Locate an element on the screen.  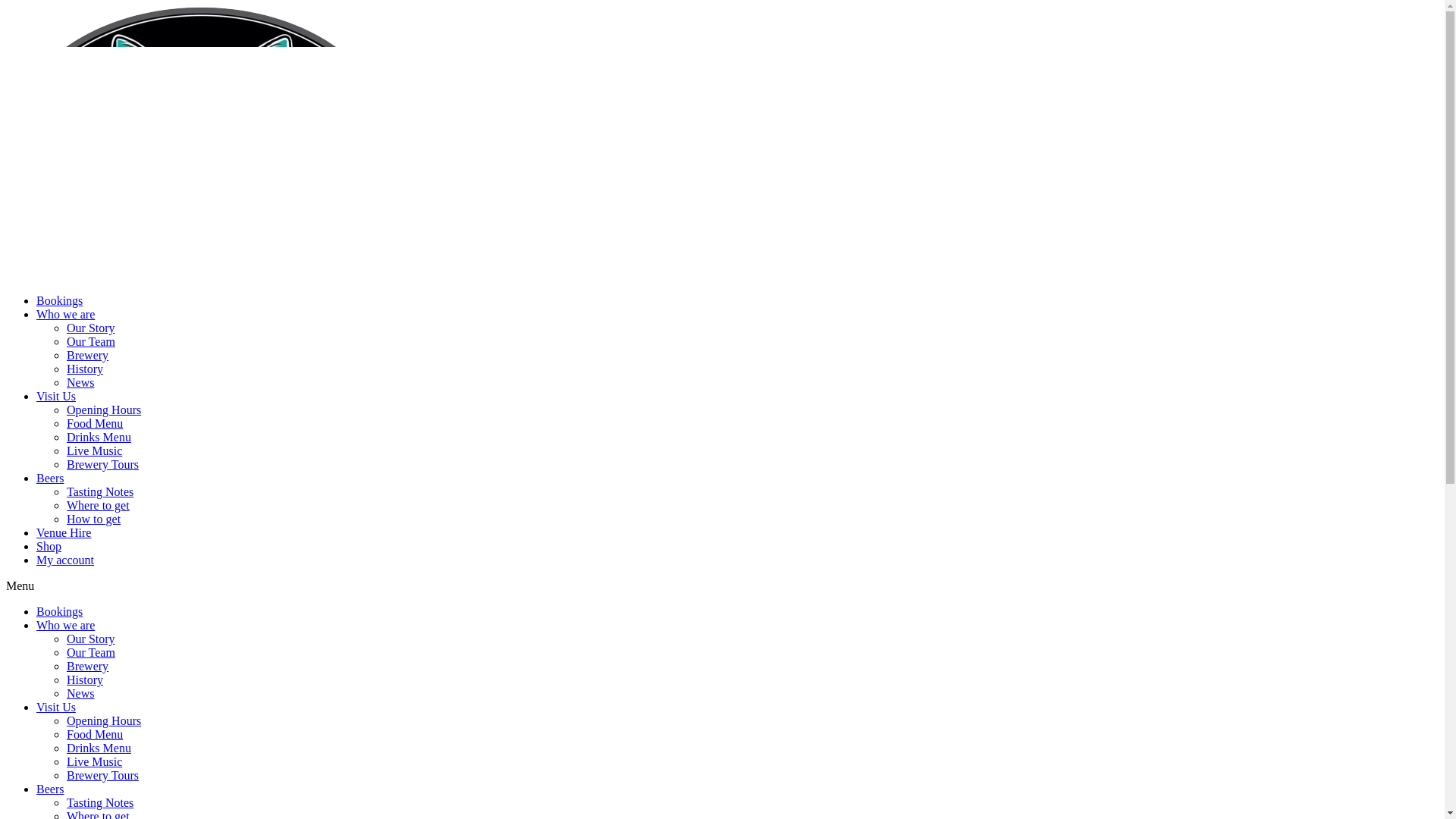
'Brewery Tours' is located at coordinates (102, 463).